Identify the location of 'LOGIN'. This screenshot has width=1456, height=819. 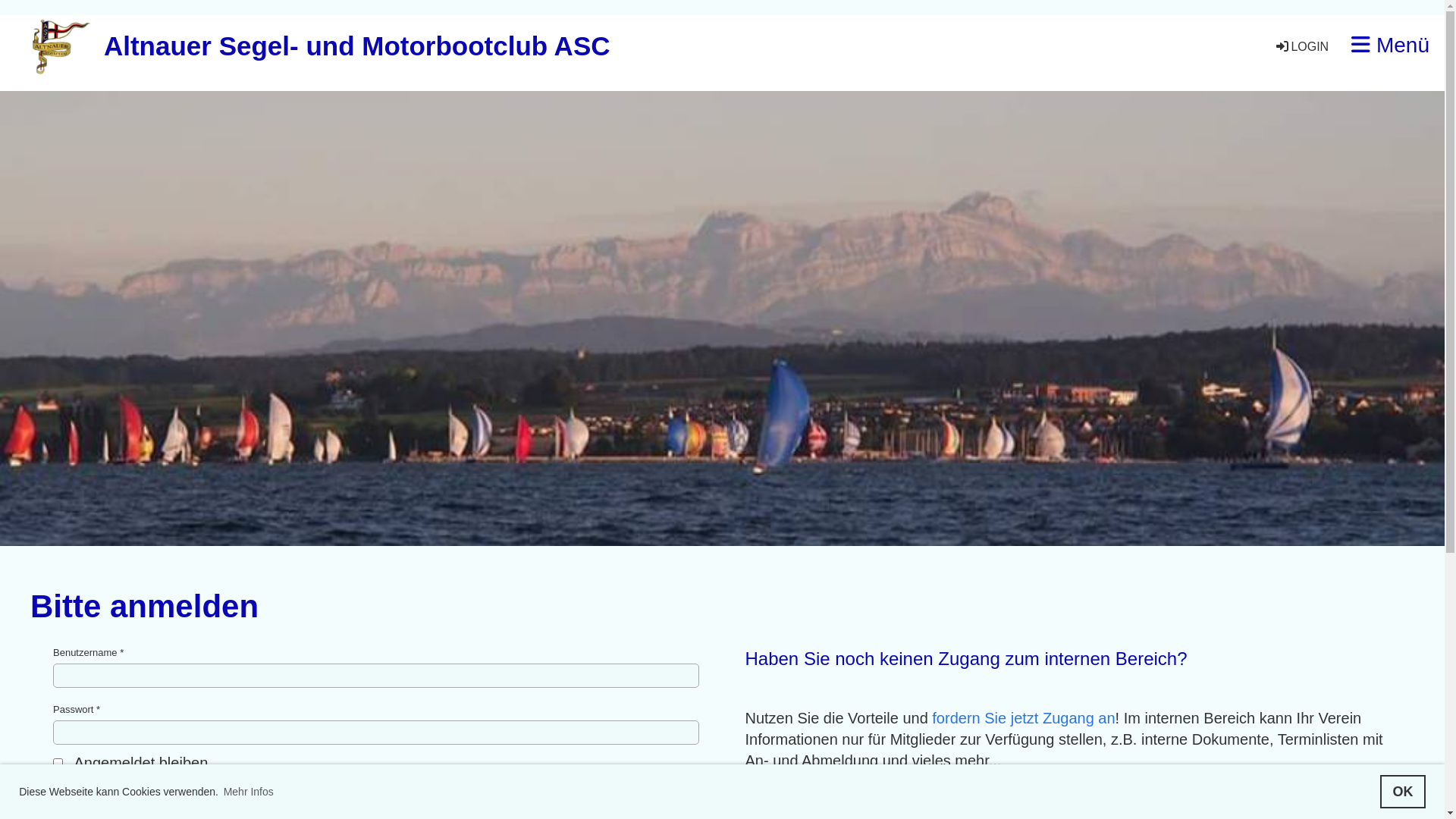
(1274, 45).